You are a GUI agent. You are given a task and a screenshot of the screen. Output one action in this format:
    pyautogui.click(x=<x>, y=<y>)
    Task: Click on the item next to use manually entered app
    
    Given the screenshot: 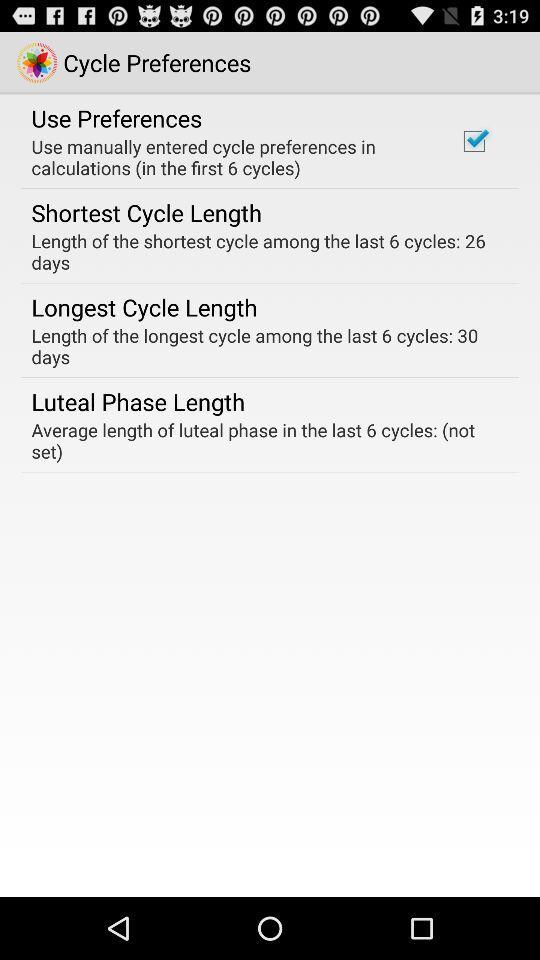 What is the action you would take?
    pyautogui.click(x=473, y=140)
    